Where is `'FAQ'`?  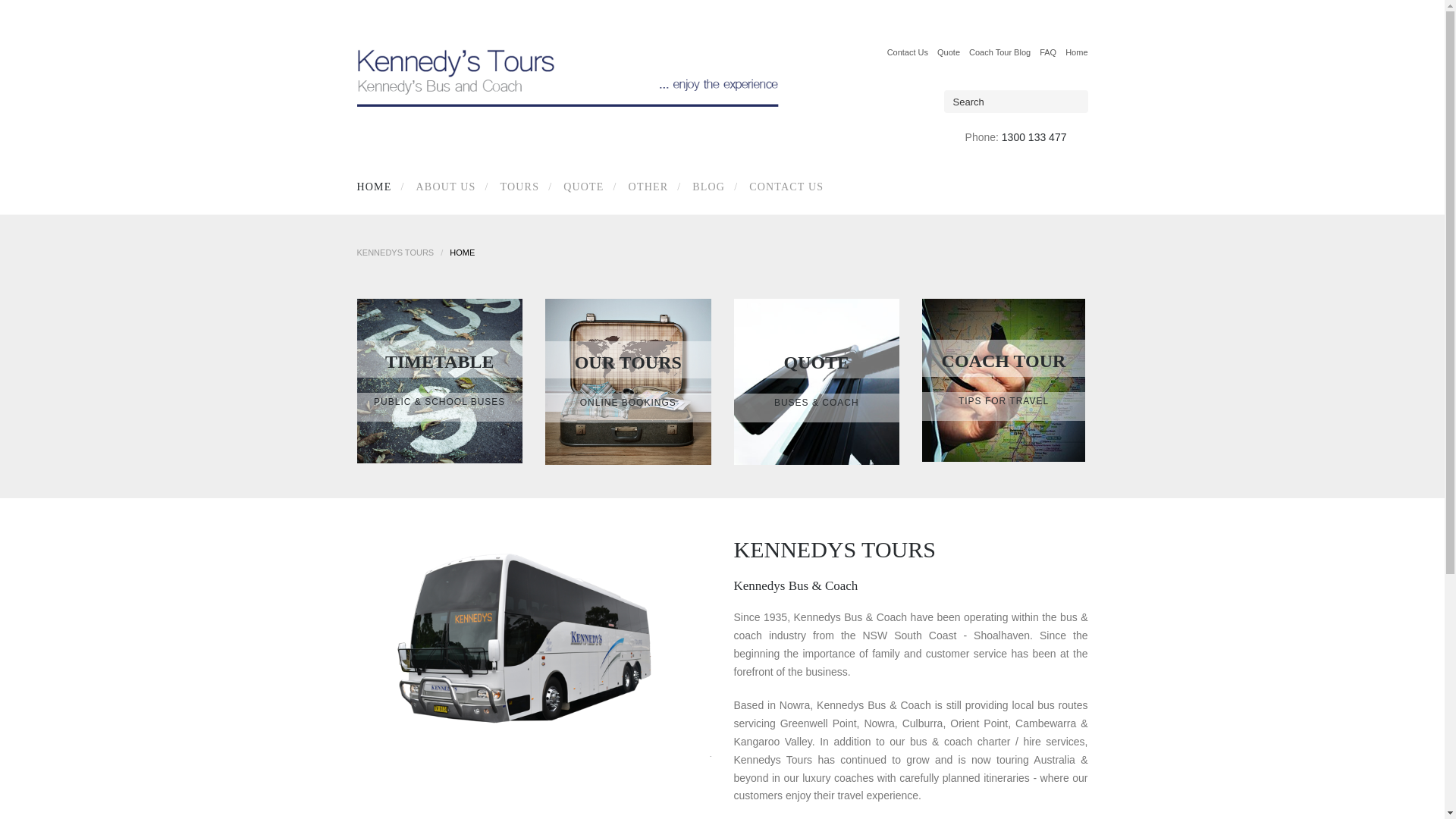 'FAQ' is located at coordinates (1047, 52).